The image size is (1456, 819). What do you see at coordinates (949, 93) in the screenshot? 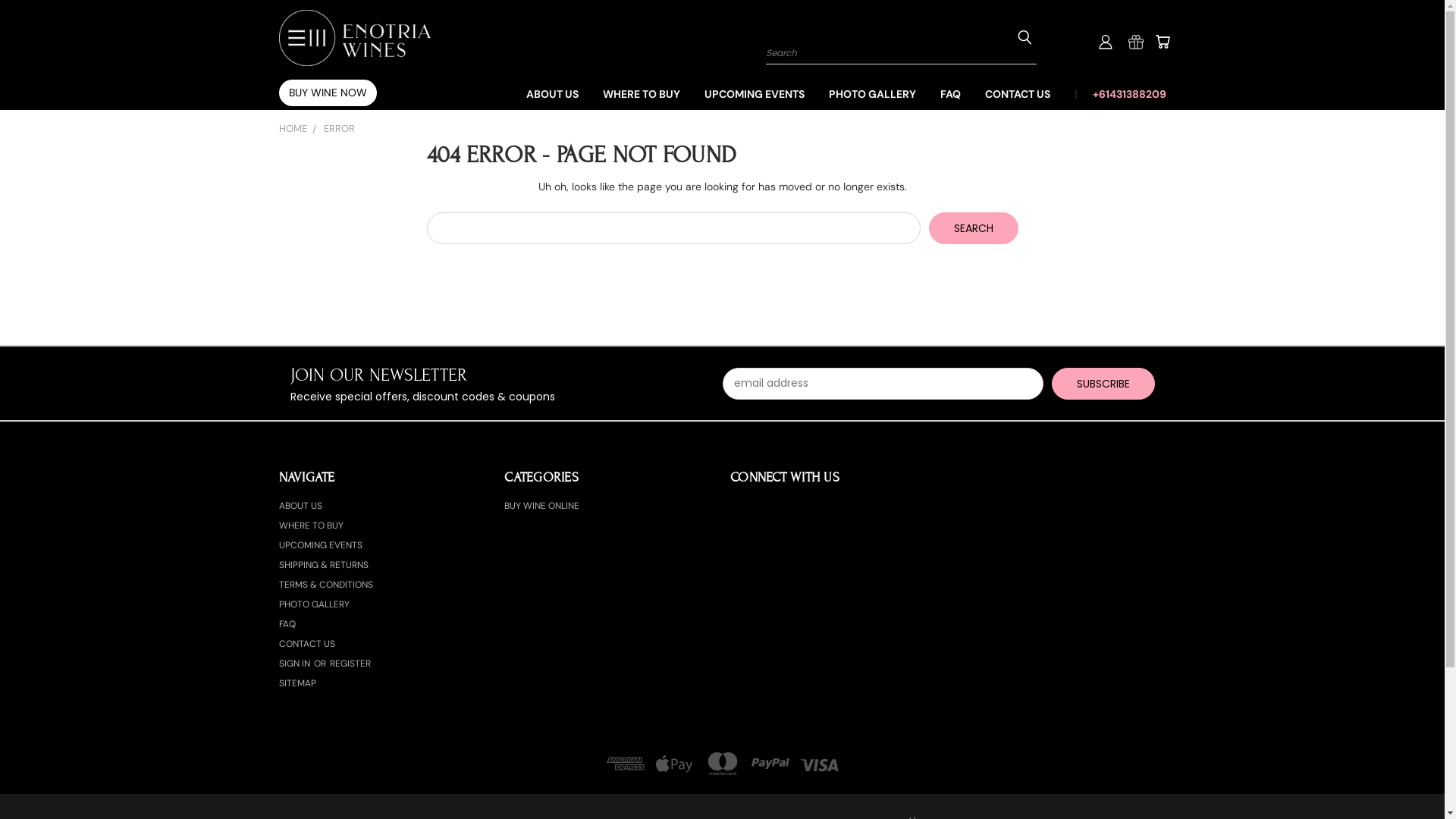
I see `'FAQ'` at bounding box center [949, 93].